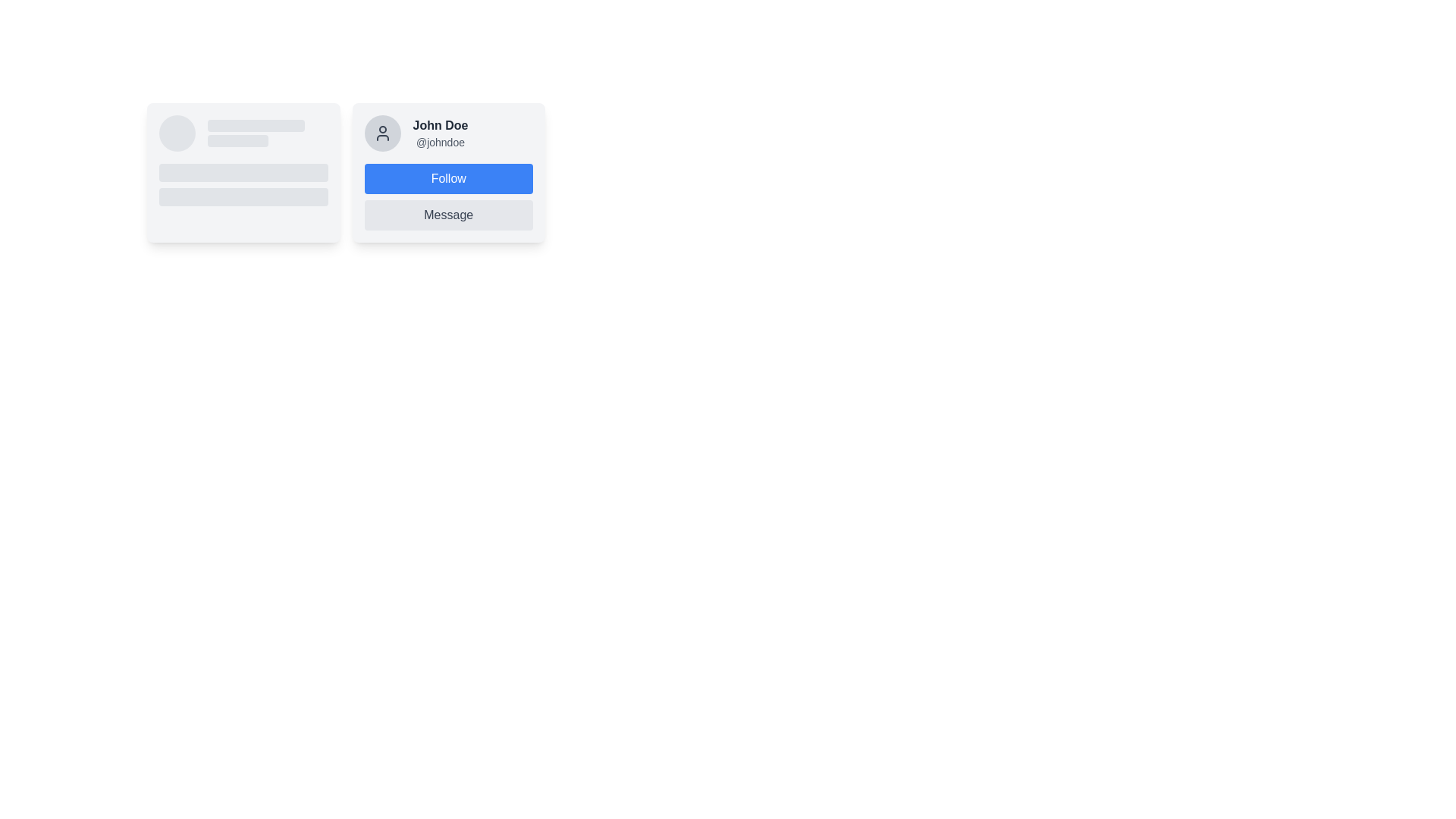 This screenshot has width=1456, height=819. I want to click on the Text Display that shows the user's name and username, positioned between the avatar and the buttons, so click(439, 133).